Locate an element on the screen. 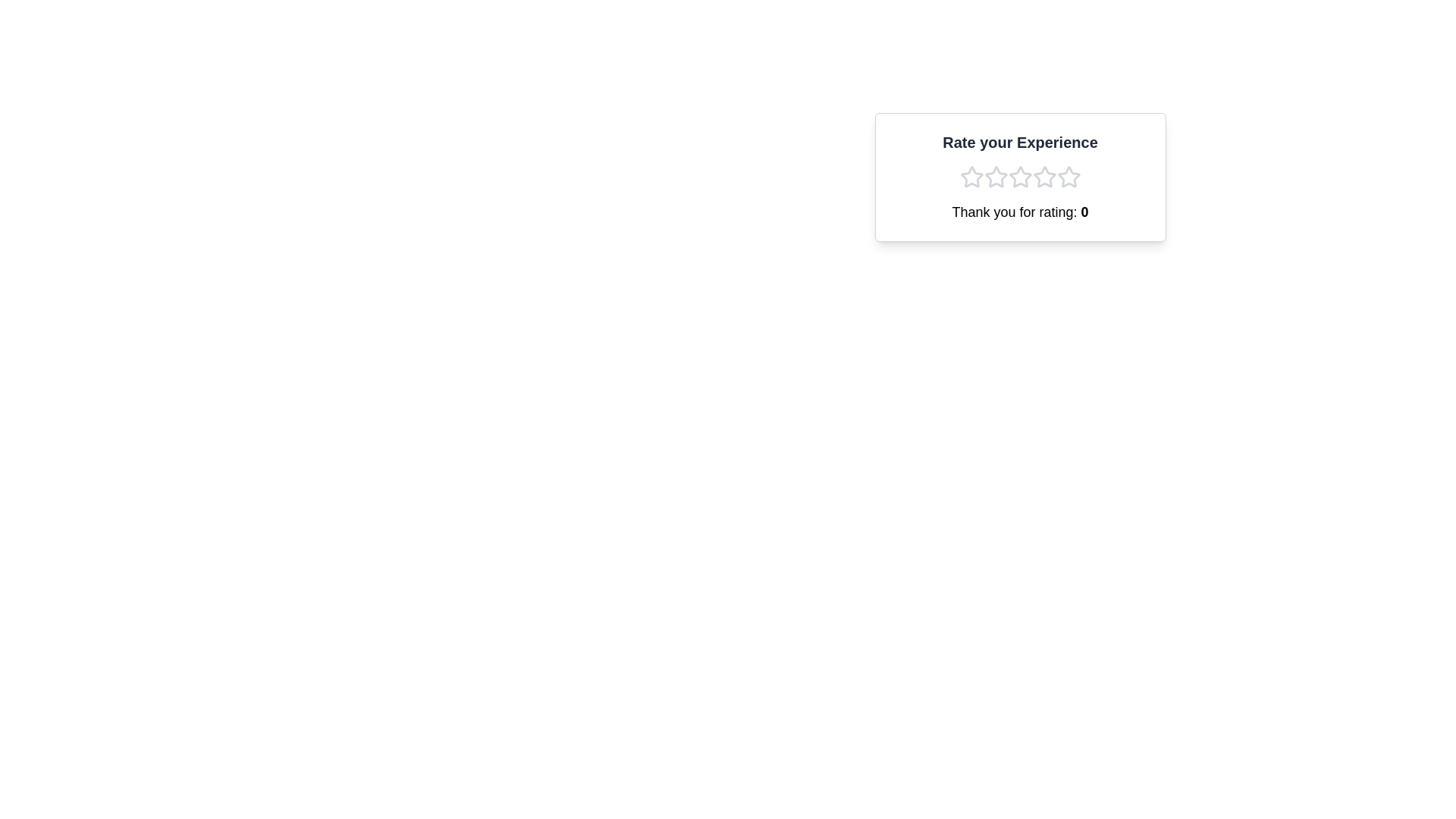 This screenshot has width=1456, height=819. the text label that displays 'Thank you for rating: 0', which is located below a group of five star icons and is horizontally centered is located at coordinates (1020, 212).